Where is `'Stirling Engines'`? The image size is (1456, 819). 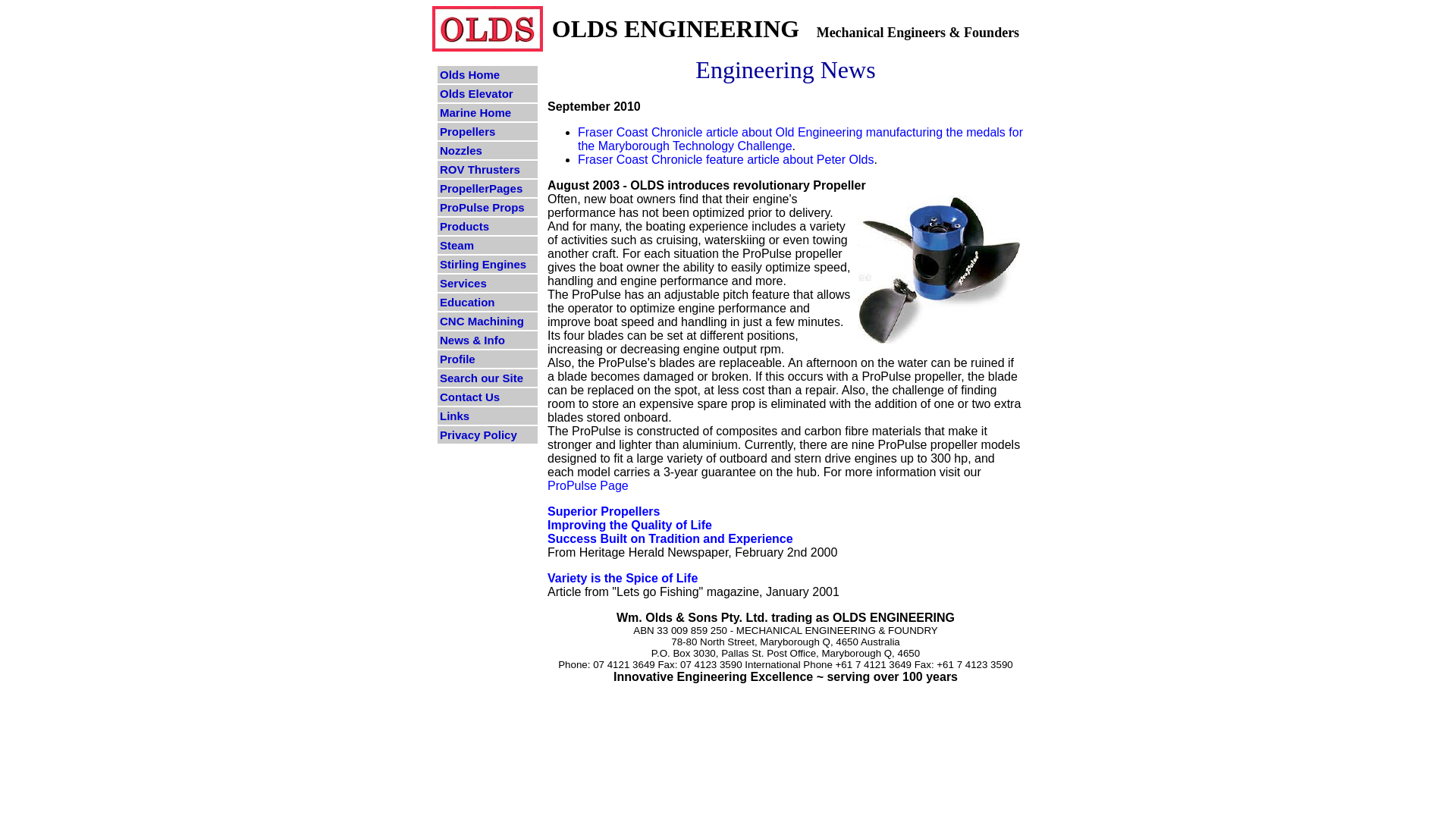
'Stirling Engines' is located at coordinates (436, 263).